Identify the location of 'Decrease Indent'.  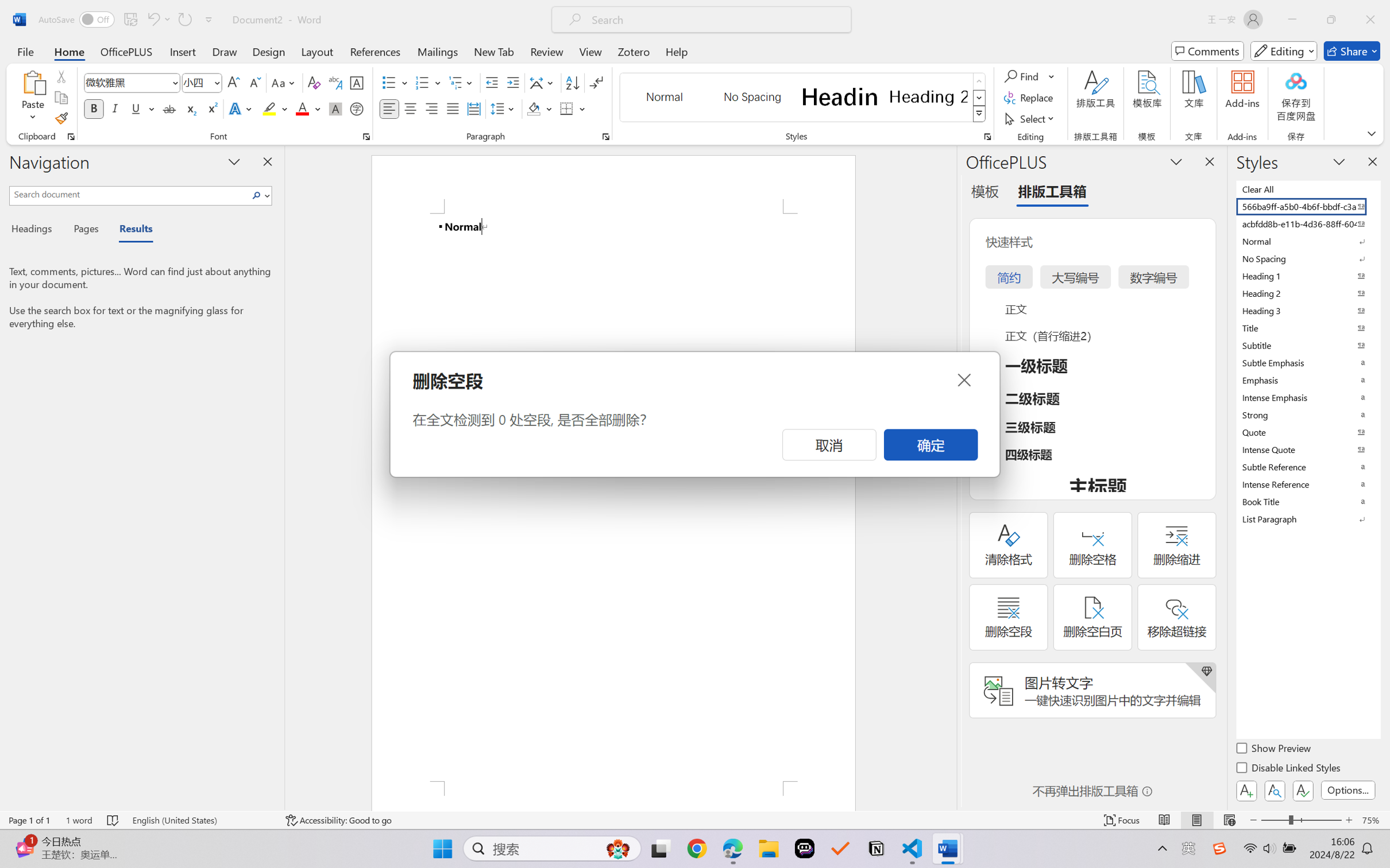
(492, 83).